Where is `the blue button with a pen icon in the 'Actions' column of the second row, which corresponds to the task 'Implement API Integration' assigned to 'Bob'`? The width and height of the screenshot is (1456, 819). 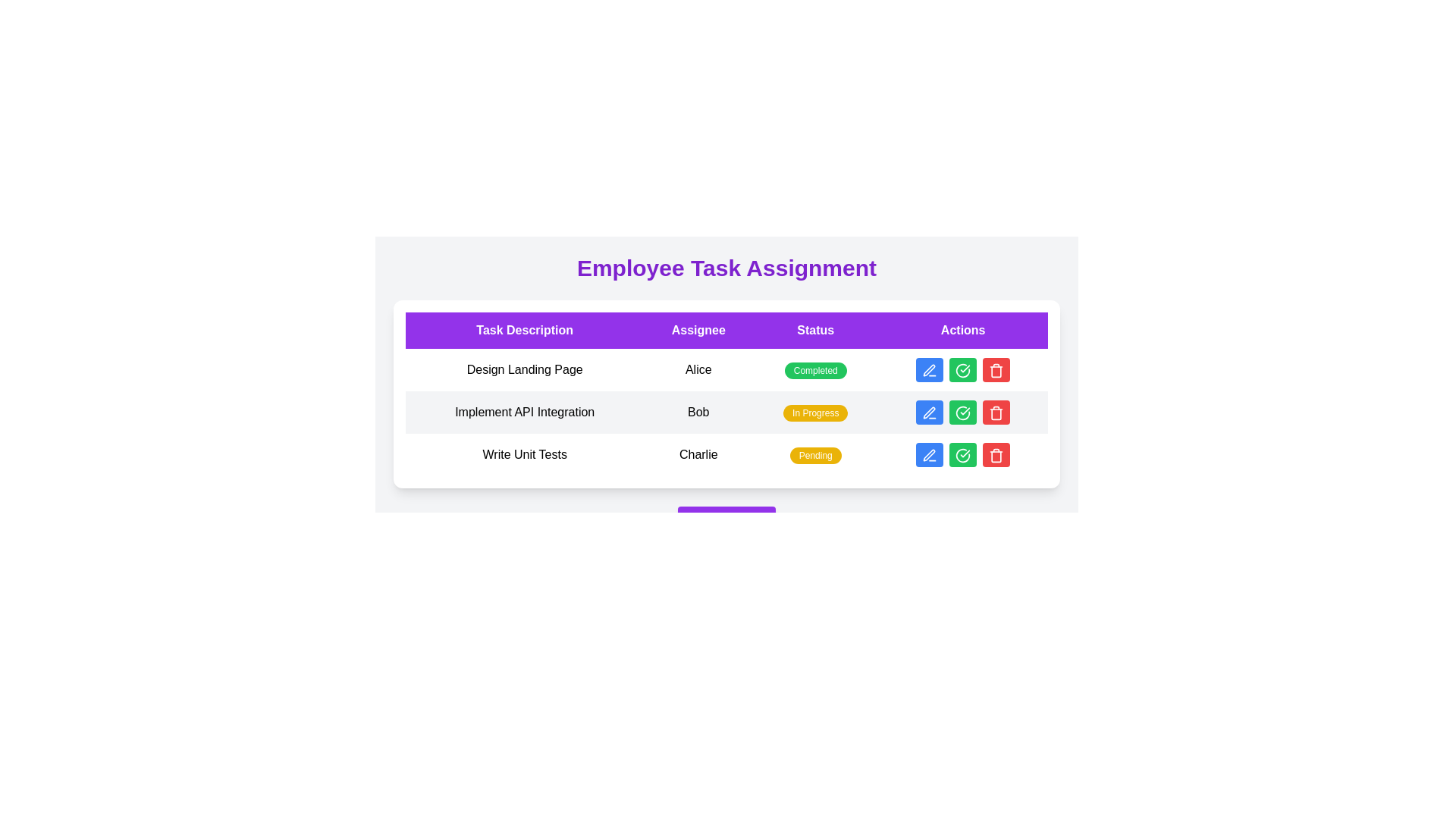 the blue button with a pen icon in the 'Actions' column of the second row, which corresponds to the task 'Implement API Integration' assigned to 'Bob' is located at coordinates (929, 412).